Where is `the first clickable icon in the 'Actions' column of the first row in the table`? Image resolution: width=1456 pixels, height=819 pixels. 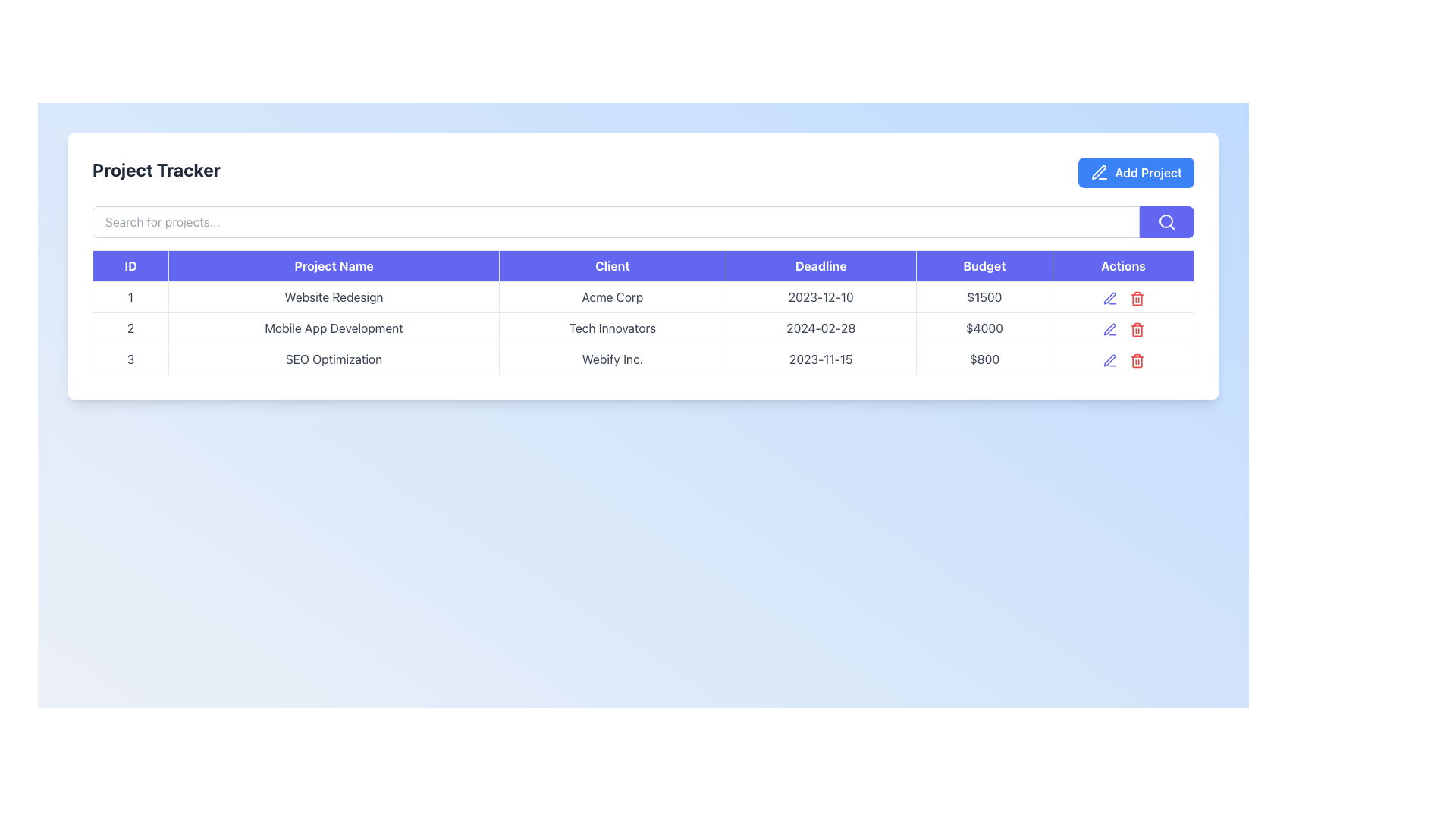
the first clickable icon in the 'Actions' column of the first row in the table is located at coordinates (1109, 297).